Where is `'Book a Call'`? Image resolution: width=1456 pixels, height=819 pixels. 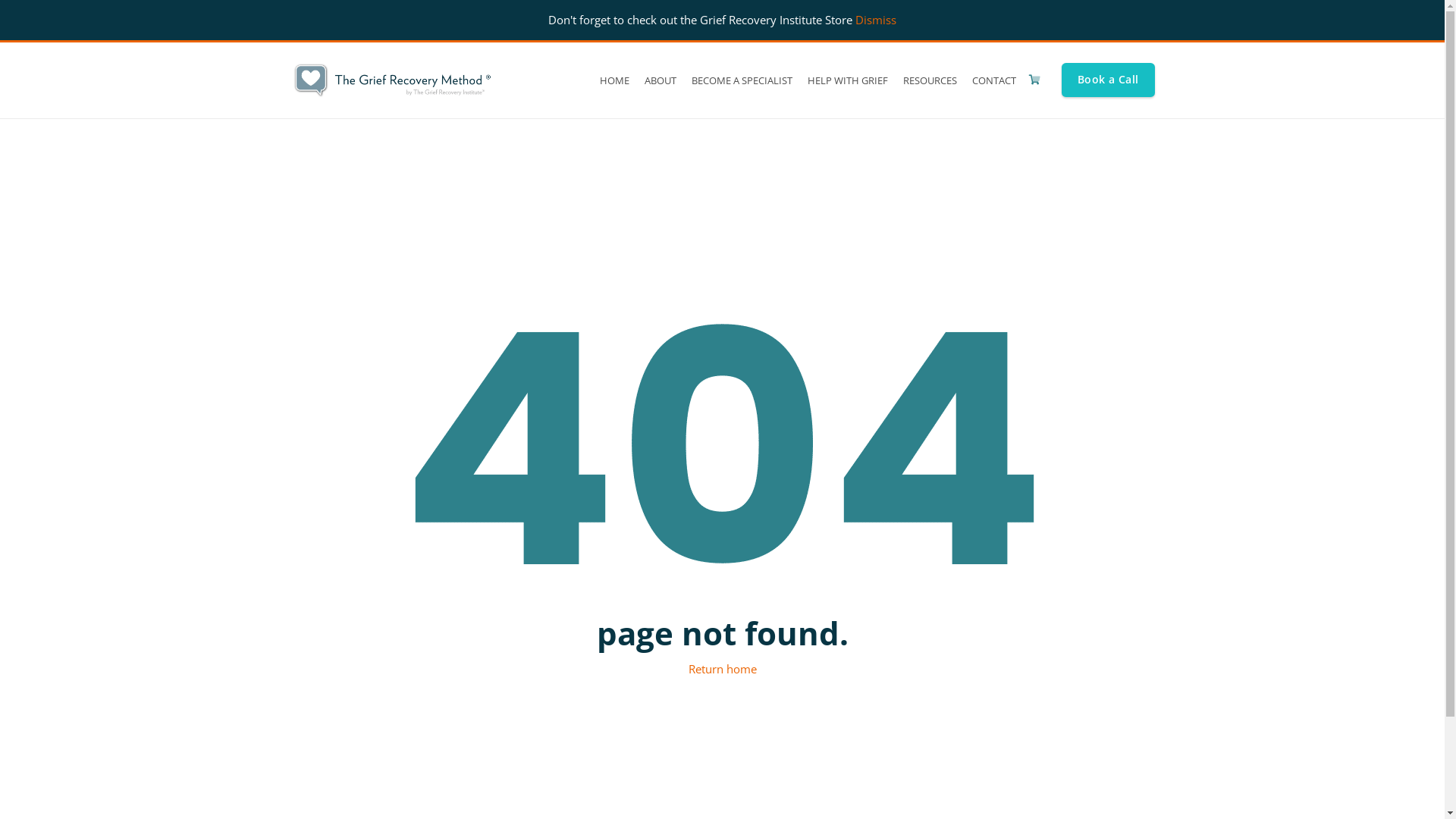 'Book a Call' is located at coordinates (1108, 80).